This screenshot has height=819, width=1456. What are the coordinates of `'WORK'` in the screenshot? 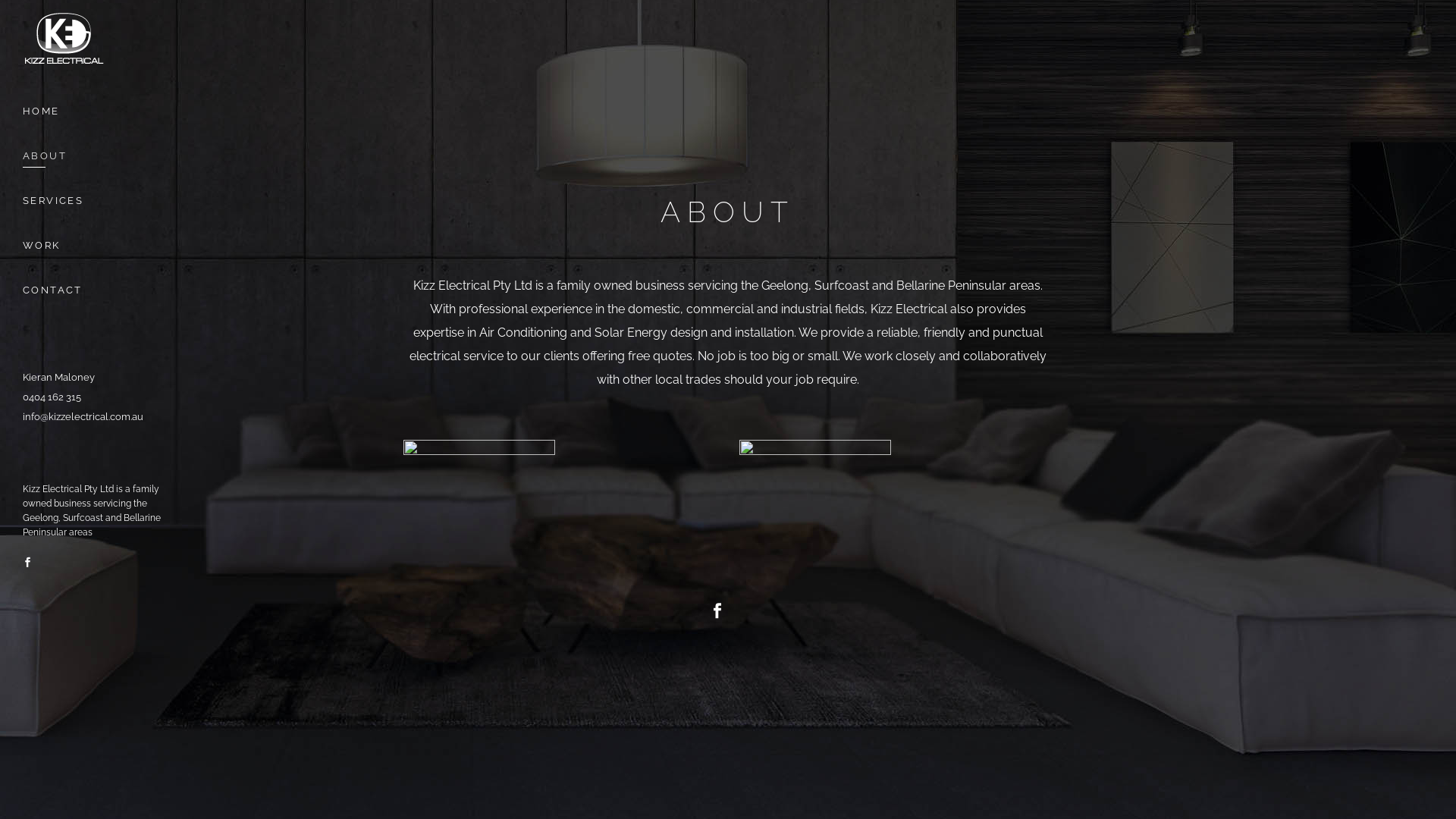 It's located at (97, 244).